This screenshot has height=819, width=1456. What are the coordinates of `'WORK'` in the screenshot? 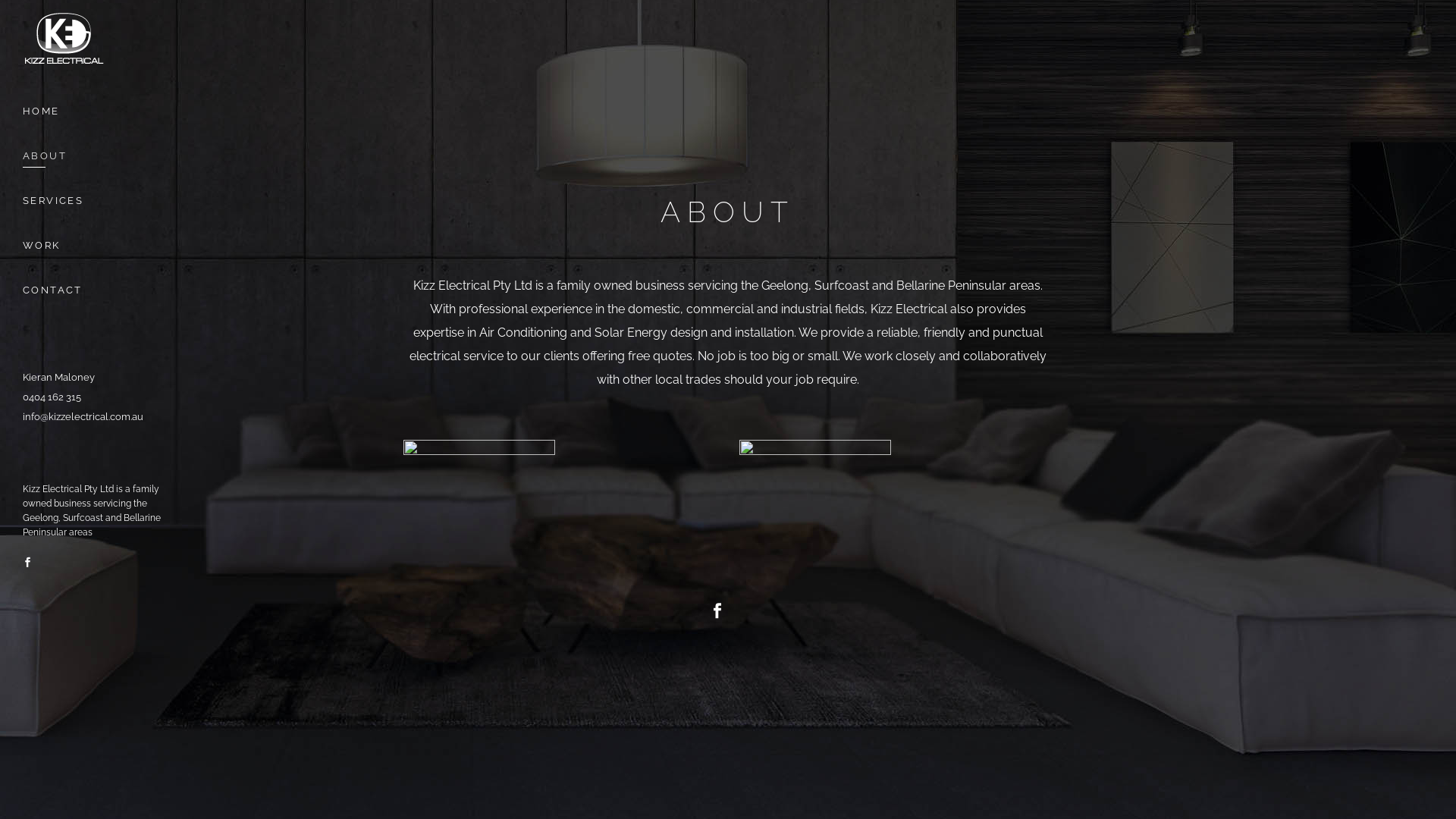 It's located at (97, 244).